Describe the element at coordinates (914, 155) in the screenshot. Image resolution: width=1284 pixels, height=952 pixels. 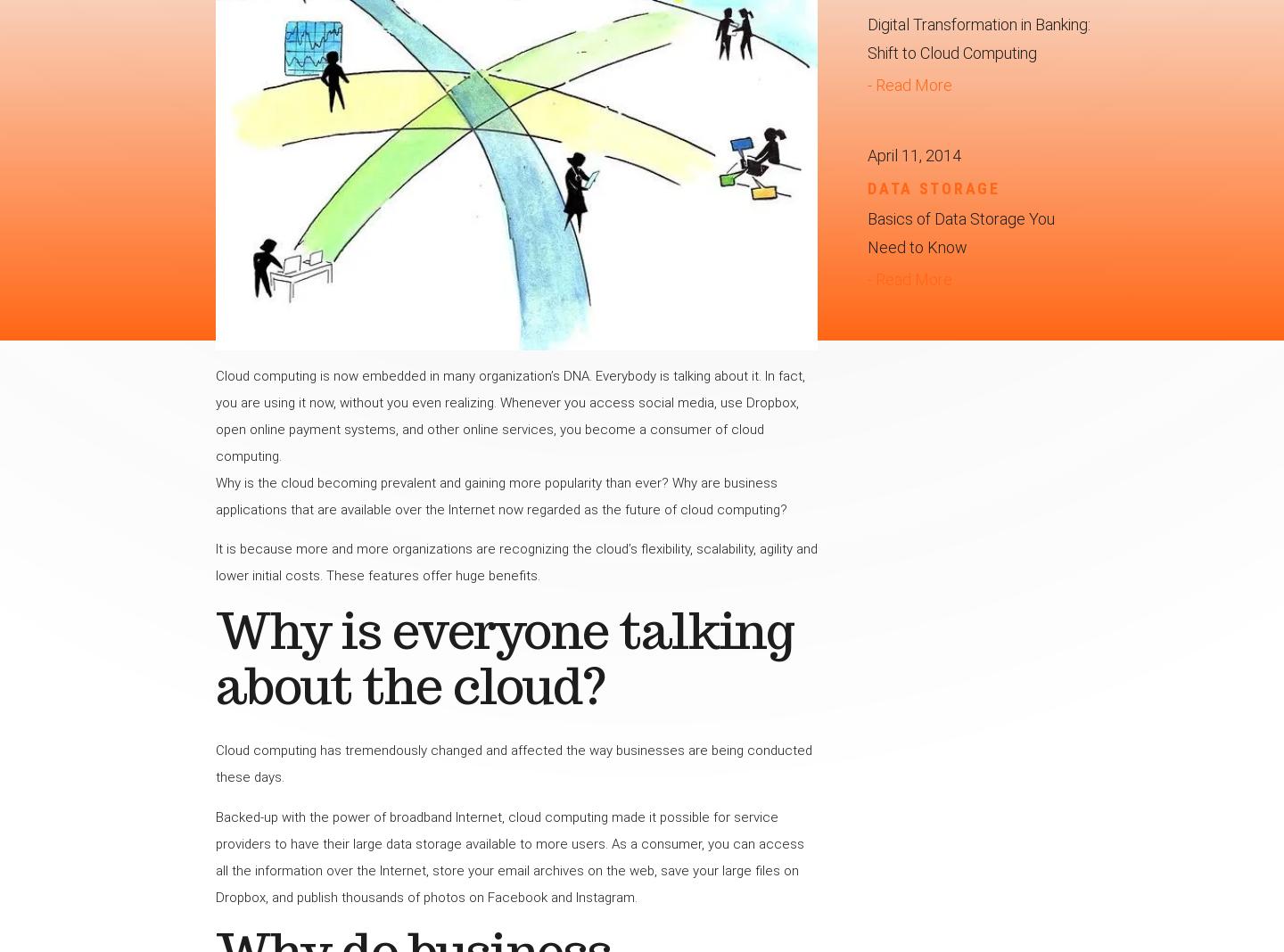
I see `'April 11, 2014'` at that location.